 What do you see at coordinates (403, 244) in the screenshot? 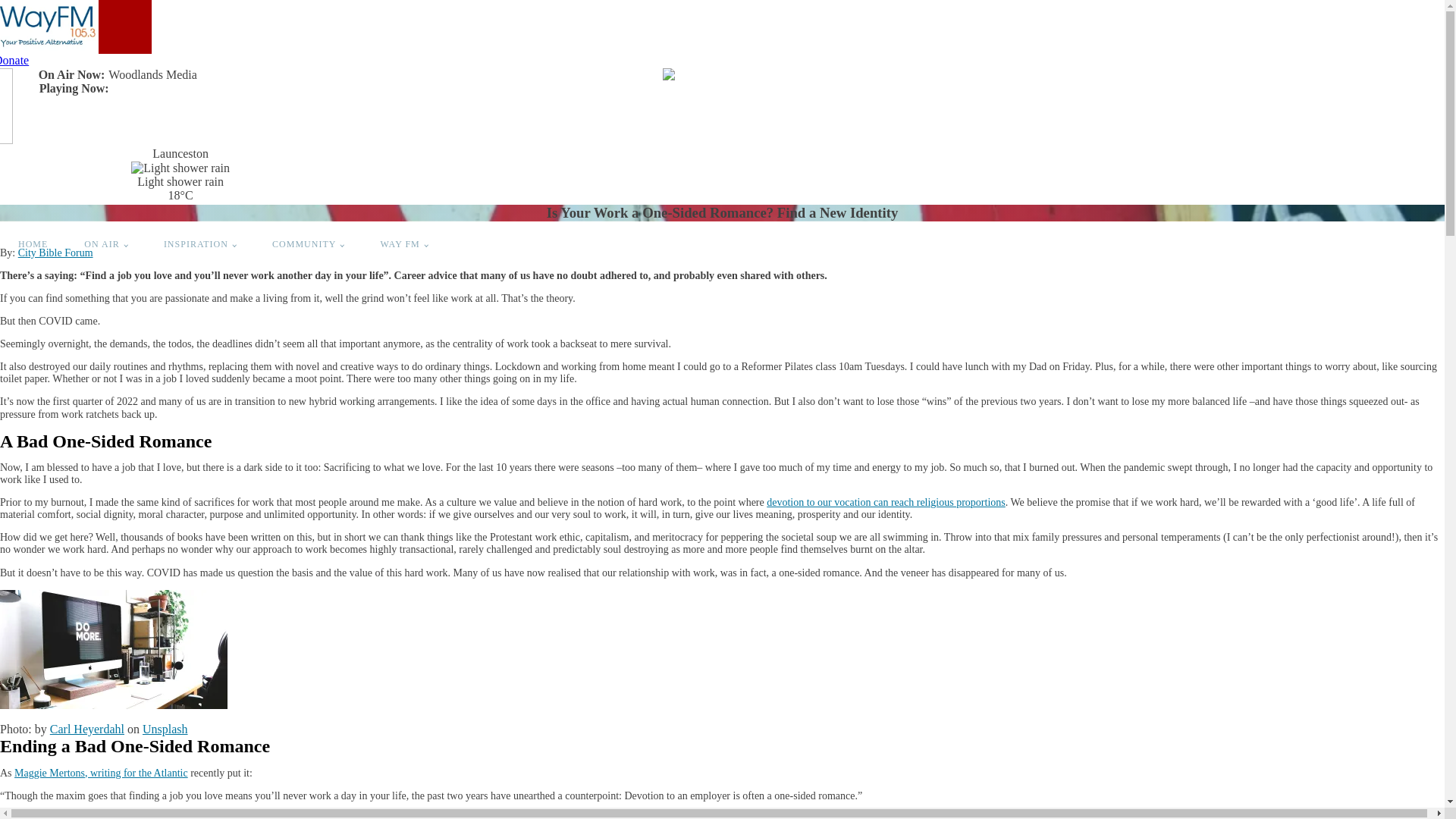
I see `'WAY FM'` at bounding box center [403, 244].